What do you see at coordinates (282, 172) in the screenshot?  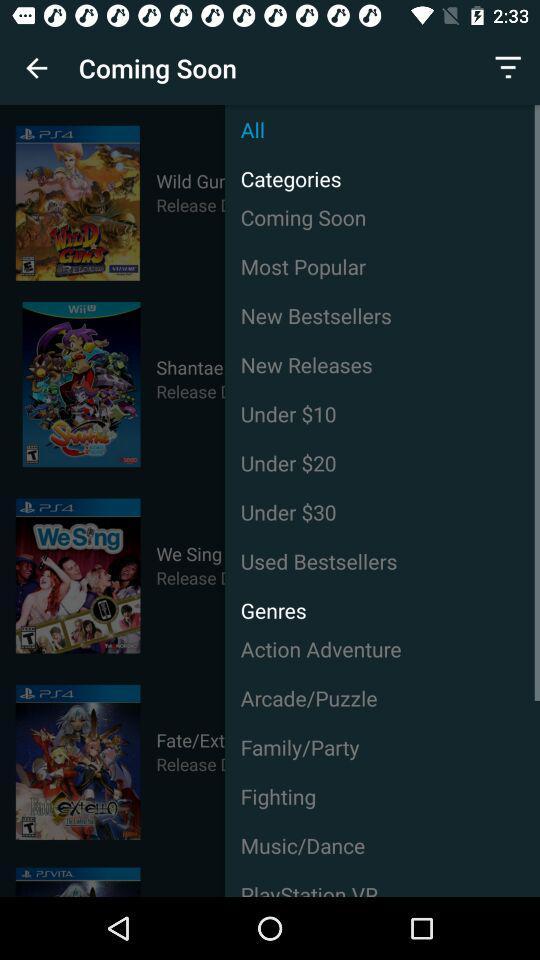 I see `icon below the all item` at bounding box center [282, 172].